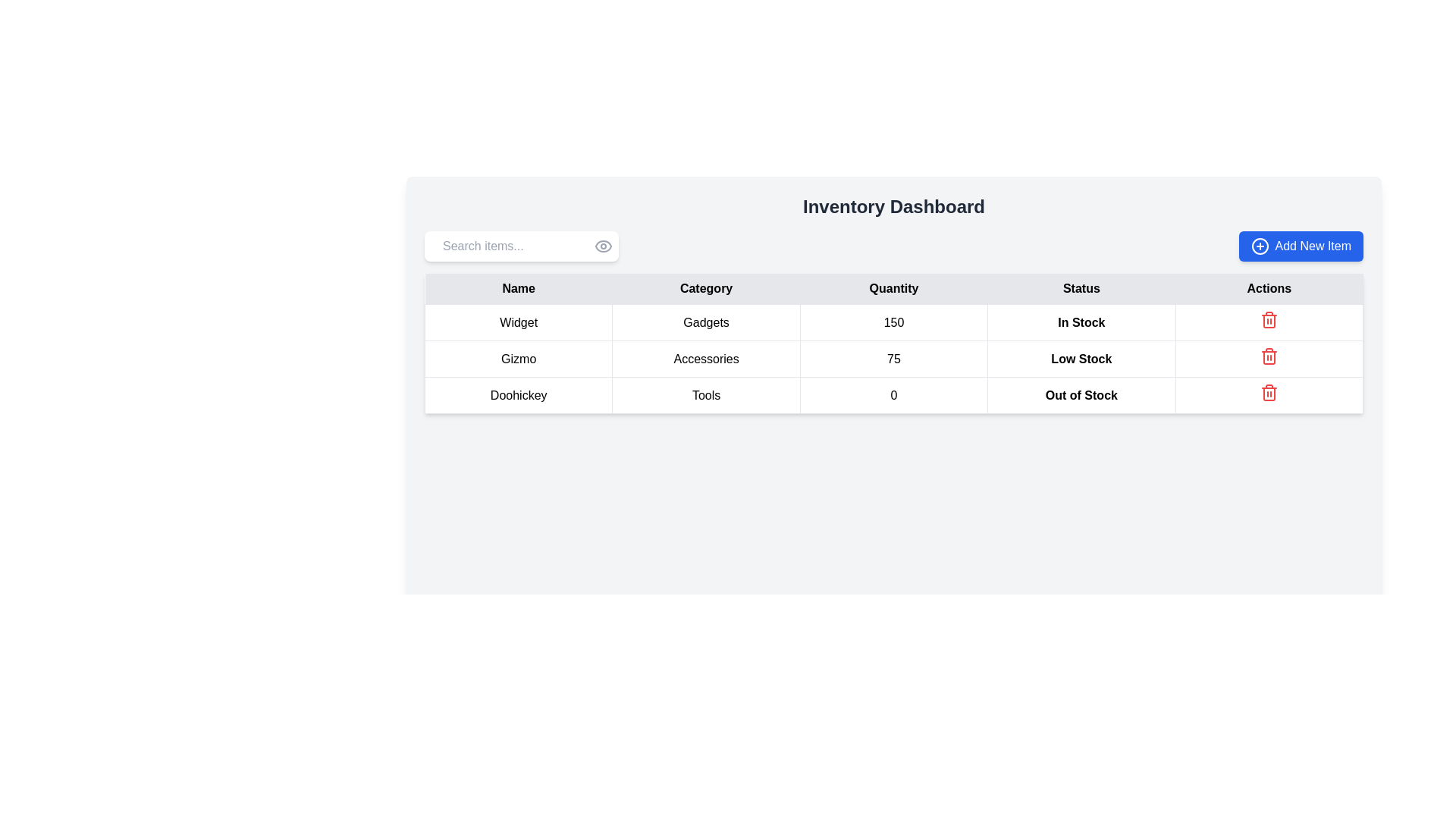  I want to click on the text label displaying the word 'Category' in bold font, which is the second column header in a row of table headers, positioned between 'Name' and 'Quantity', so click(705, 289).